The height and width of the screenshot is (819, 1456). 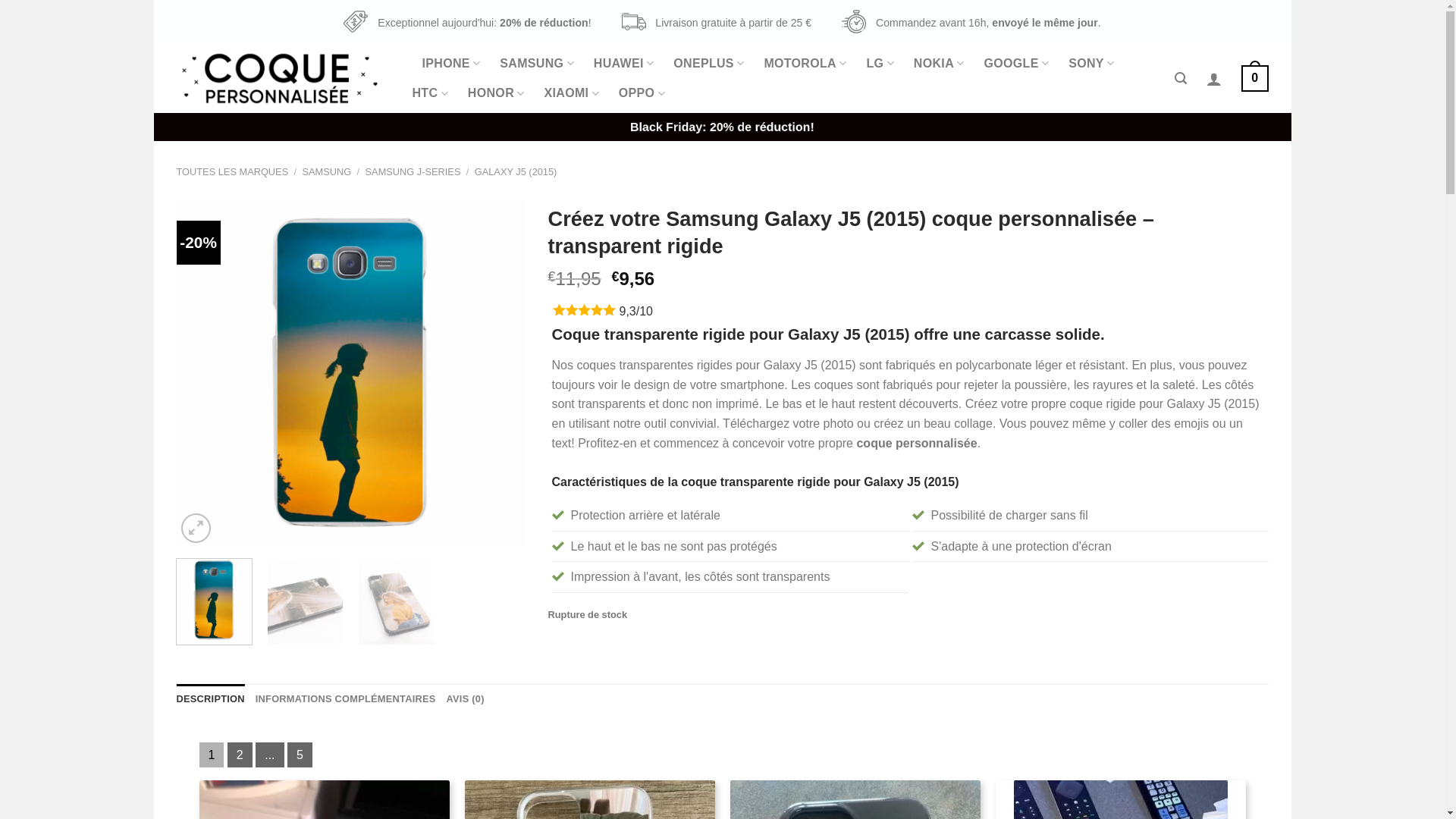 I want to click on 'ONEPLUS', so click(x=708, y=62).